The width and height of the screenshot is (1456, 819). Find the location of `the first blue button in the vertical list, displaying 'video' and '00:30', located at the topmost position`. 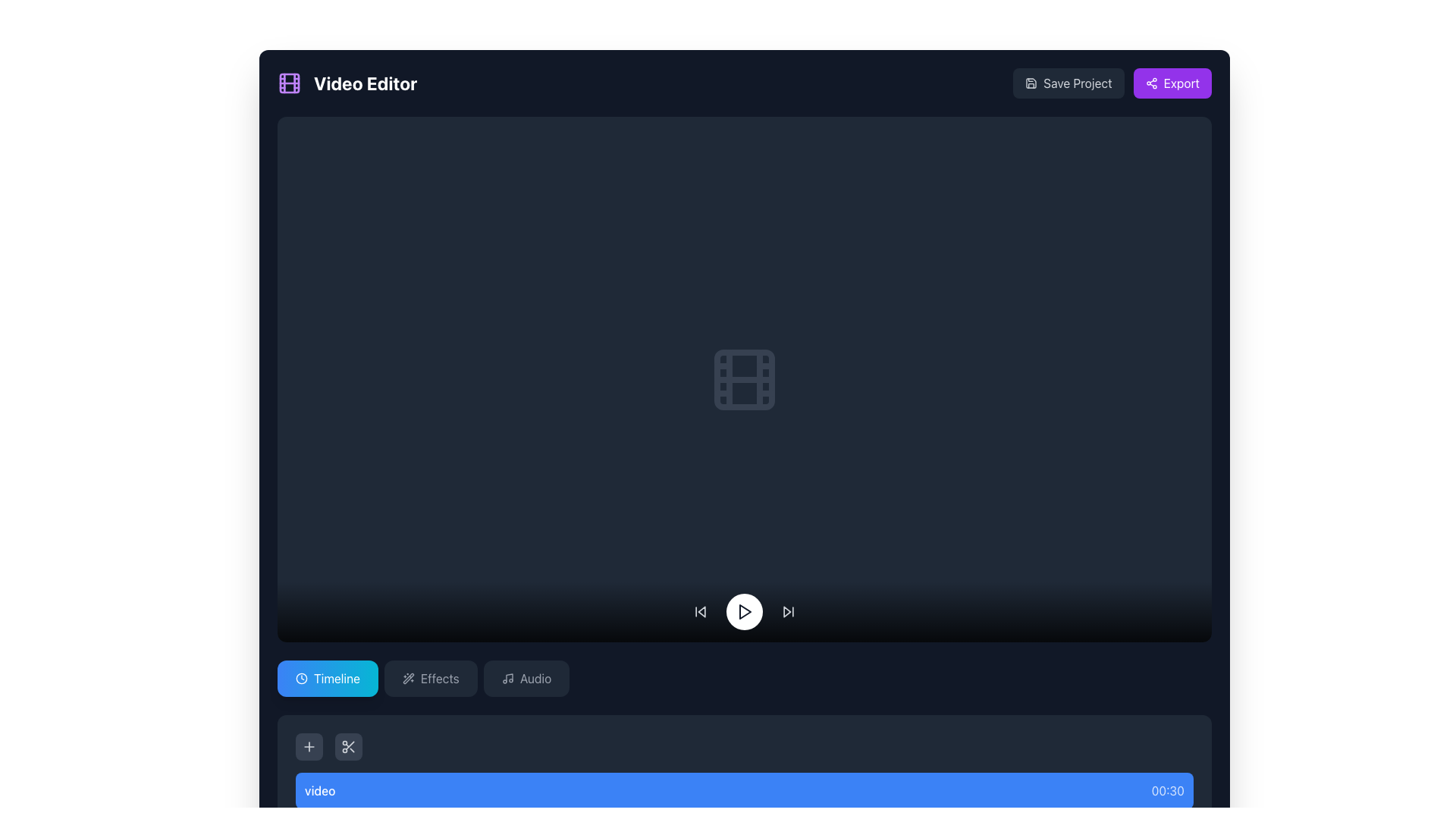

the first blue button in the vertical list, displaying 'video' and '00:30', located at the topmost position is located at coordinates (745, 789).